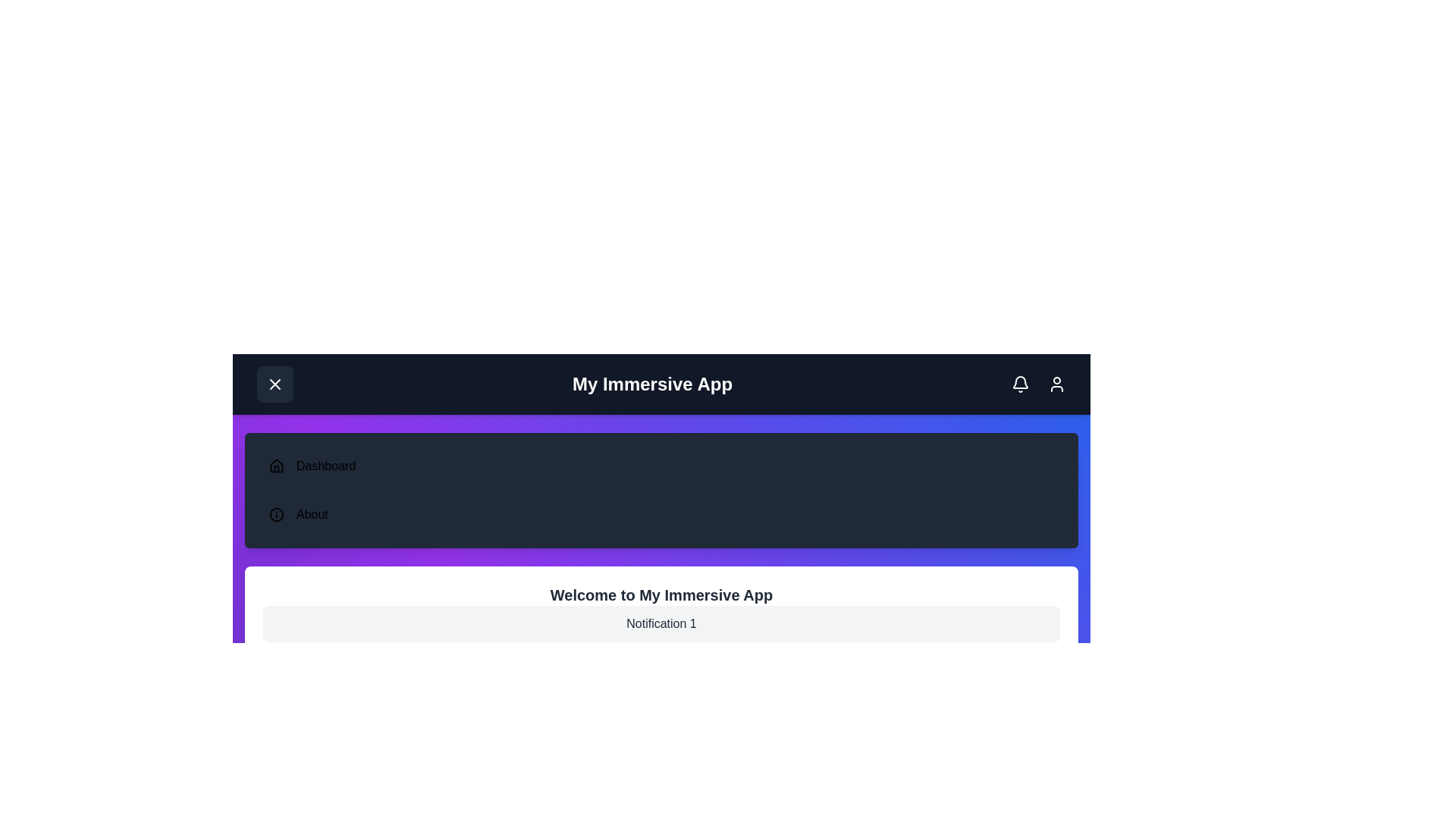 The image size is (1456, 819). Describe the element at coordinates (325, 465) in the screenshot. I see `the 'Dashboard' menu item to navigate to the 'Dashboard' section` at that location.